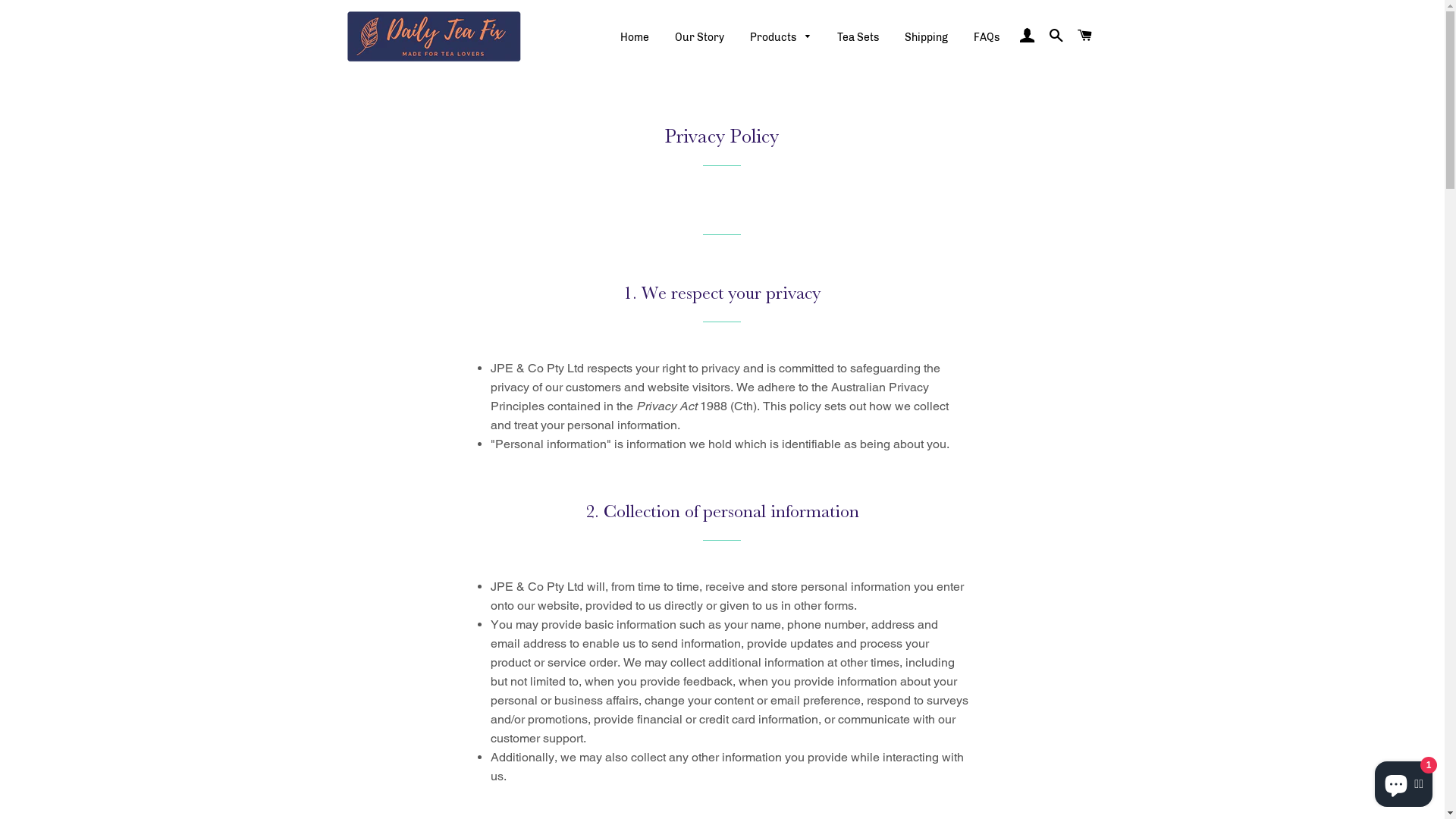  I want to click on 'Shipping', so click(925, 37).